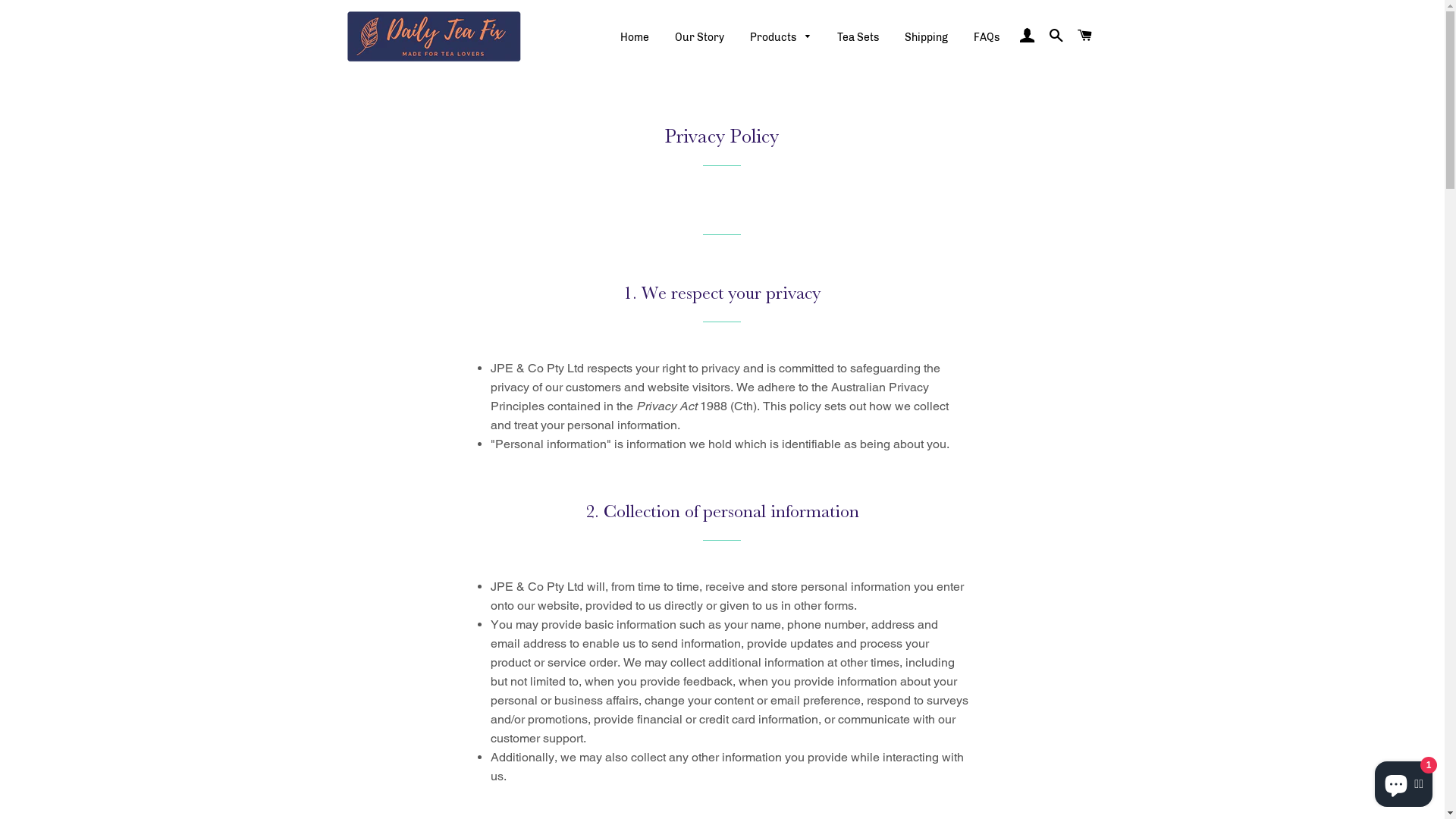  I want to click on 'Shipping', so click(925, 37).